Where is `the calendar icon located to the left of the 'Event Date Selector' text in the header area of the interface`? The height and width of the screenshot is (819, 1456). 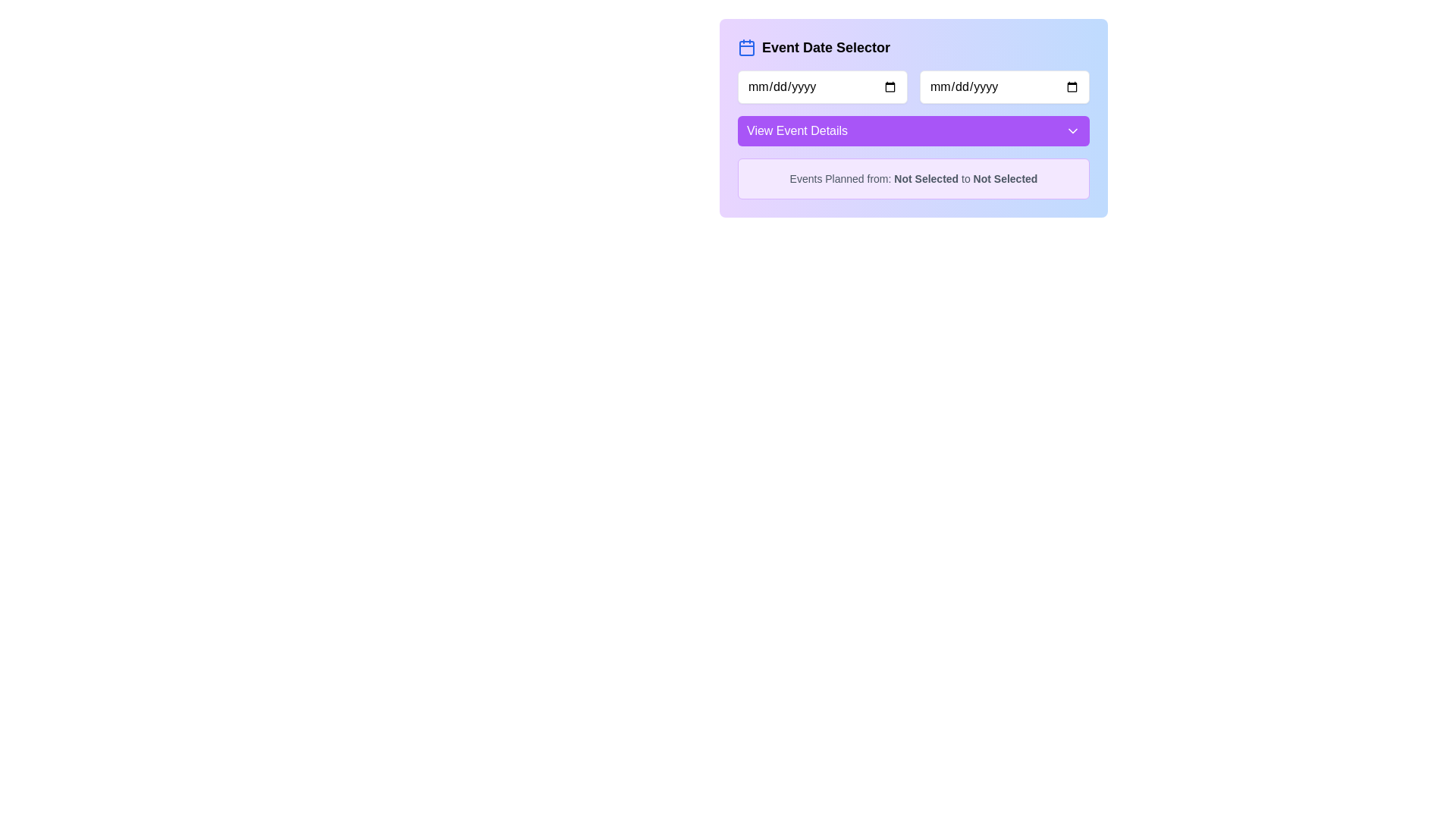 the calendar icon located to the left of the 'Event Date Selector' text in the header area of the interface is located at coordinates (746, 46).